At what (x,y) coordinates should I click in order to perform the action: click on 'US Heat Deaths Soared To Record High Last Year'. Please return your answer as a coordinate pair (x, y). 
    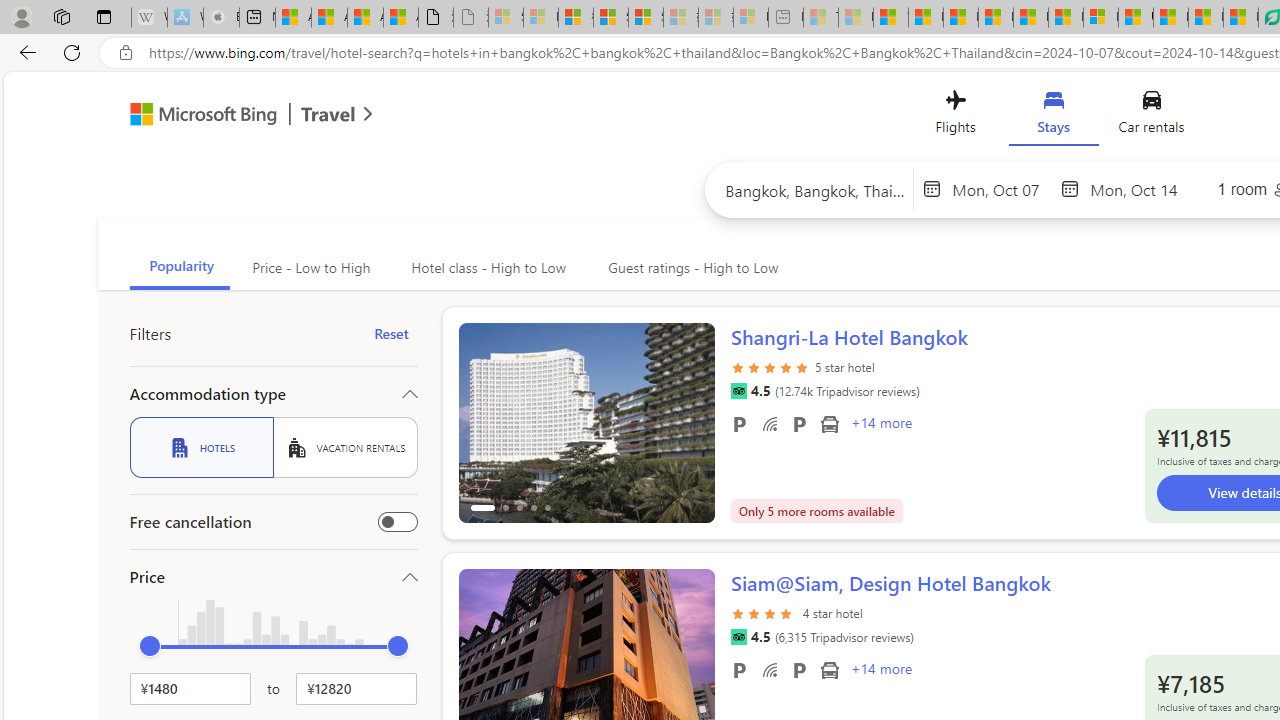
    Looking at the image, I should click on (1136, 17).